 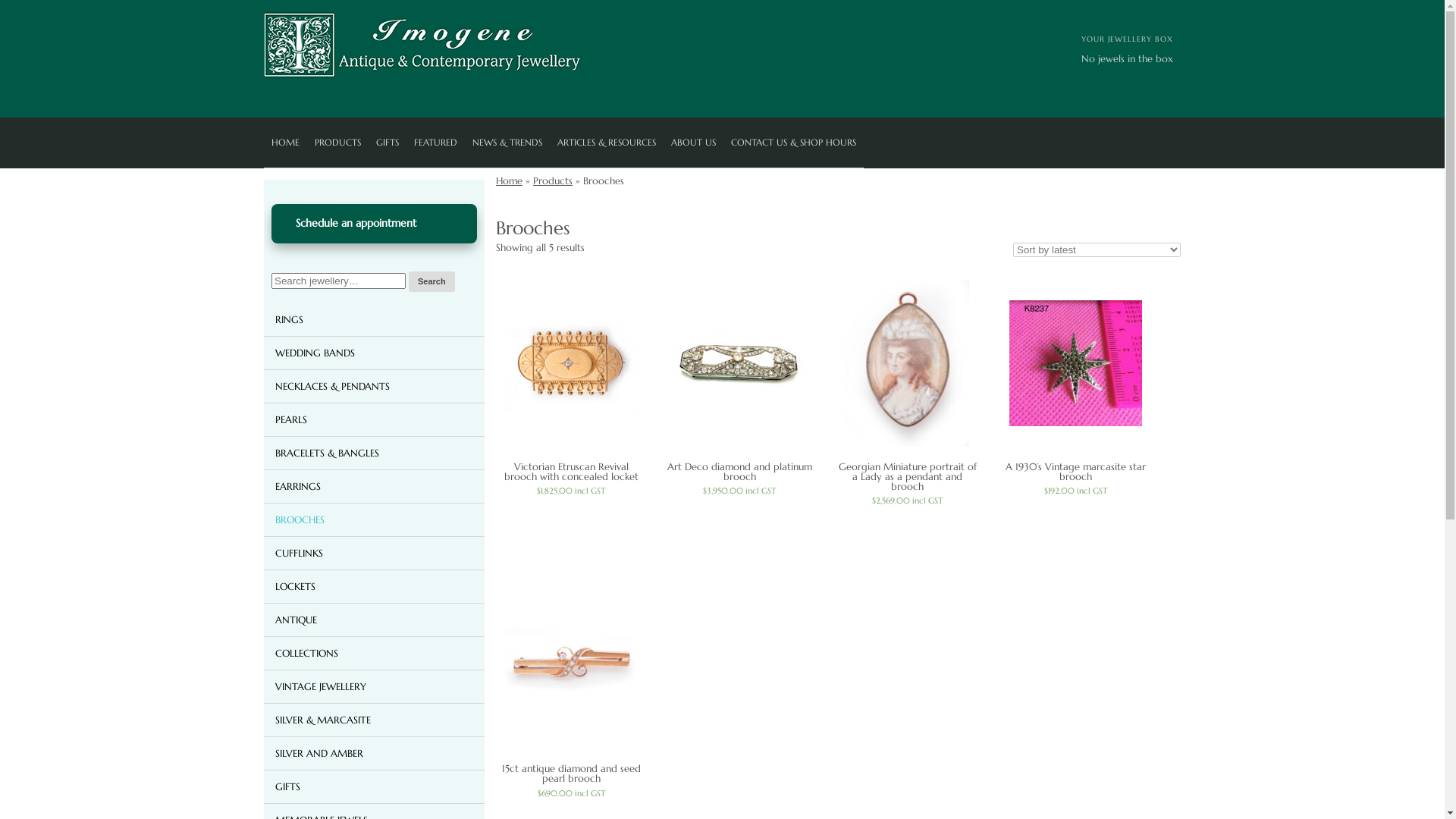 What do you see at coordinates (607, 143) in the screenshot?
I see `'ARTICLES & RESOURCES'` at bounding box center [607, 143].